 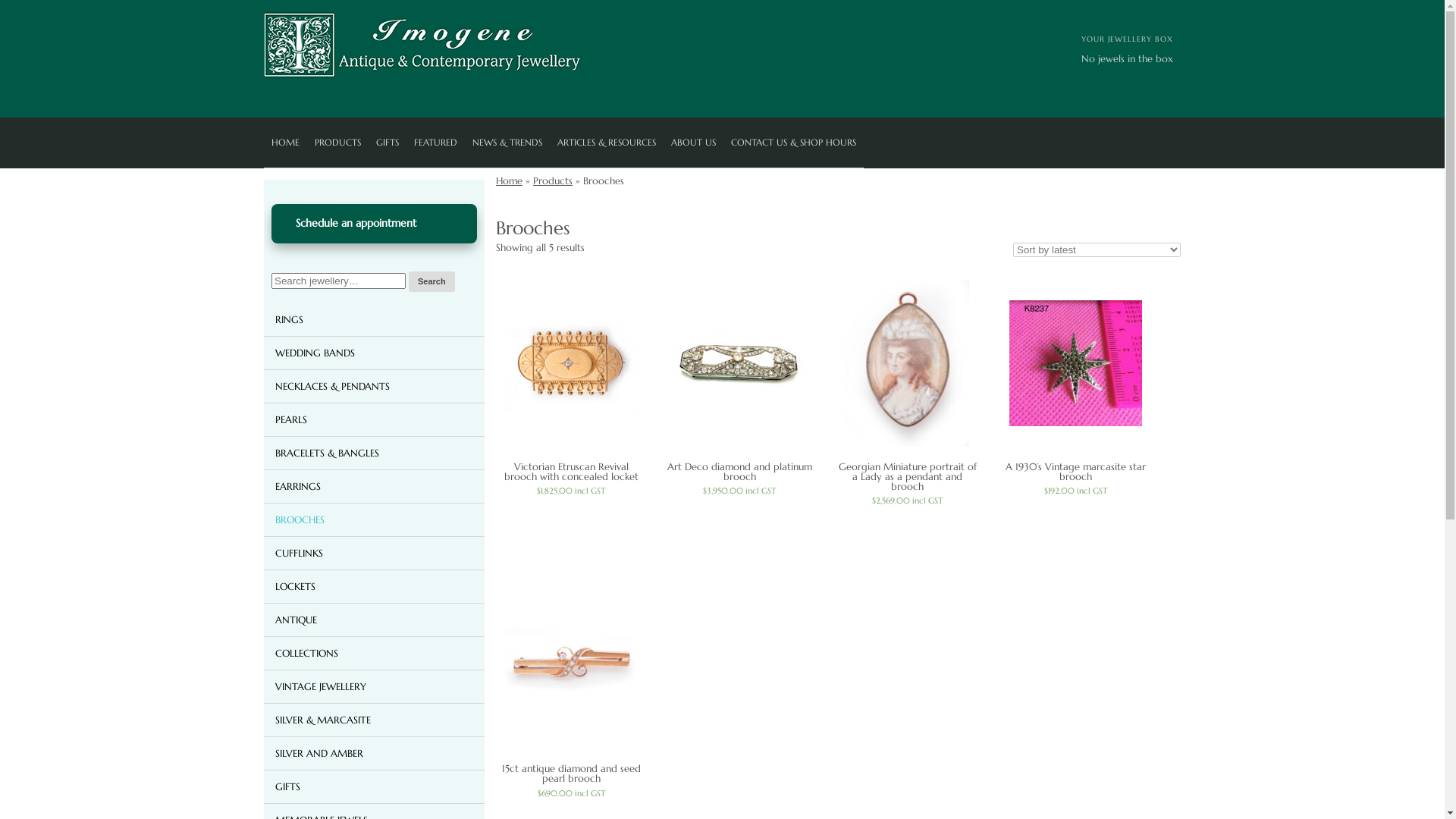 What do you see at coordinates (607, 143) in the screenshot?
I see `'ARTICLES & RESOURCES'` at bounding box center [607, 143].